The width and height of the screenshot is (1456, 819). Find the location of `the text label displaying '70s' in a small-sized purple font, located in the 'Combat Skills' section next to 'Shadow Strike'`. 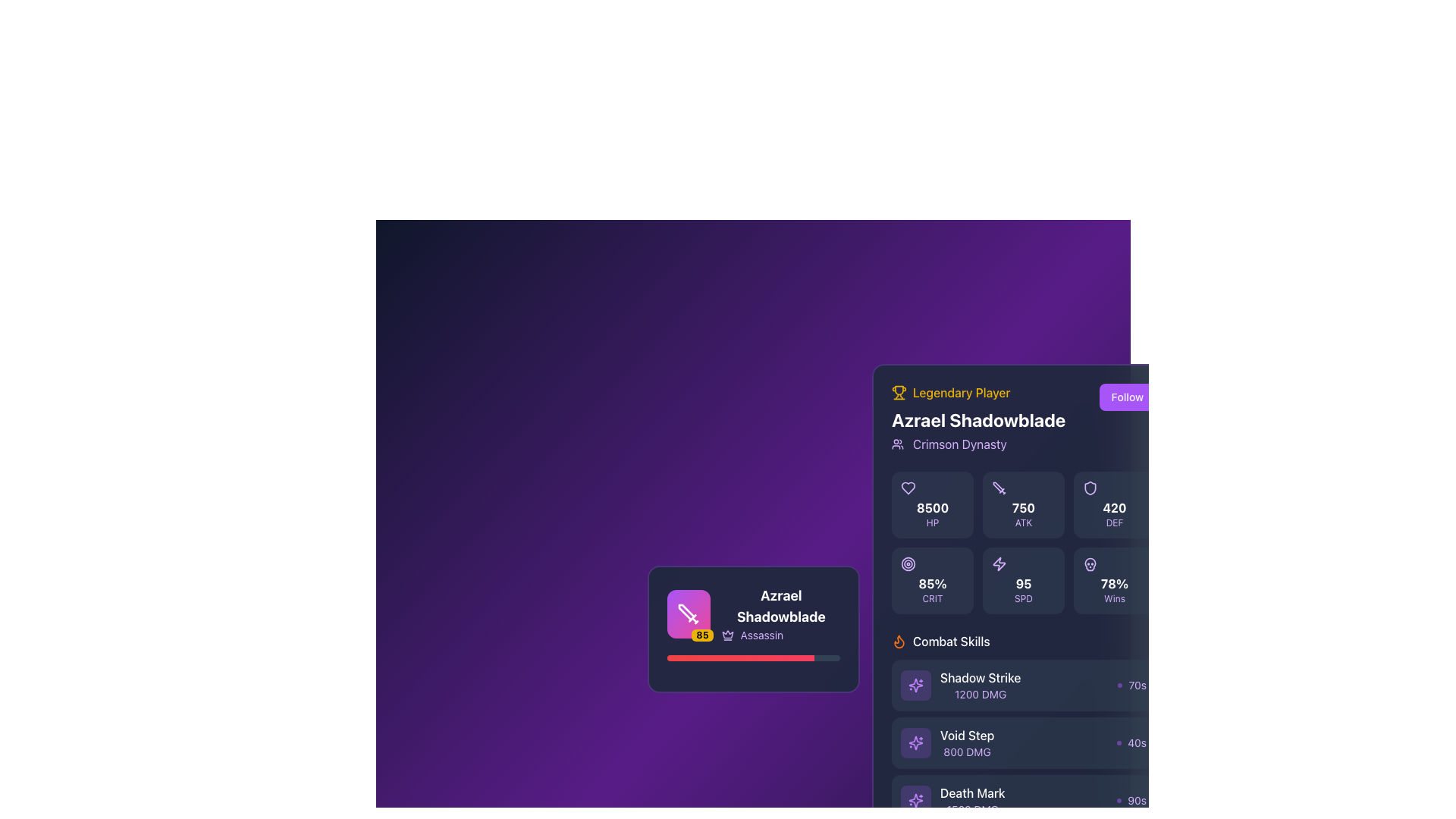

the text label displaying '70s' in a small-sized purple font, located in the 'Combat Skills' section next to 'Shadow Strike' is located at coordinates (1137, 685).